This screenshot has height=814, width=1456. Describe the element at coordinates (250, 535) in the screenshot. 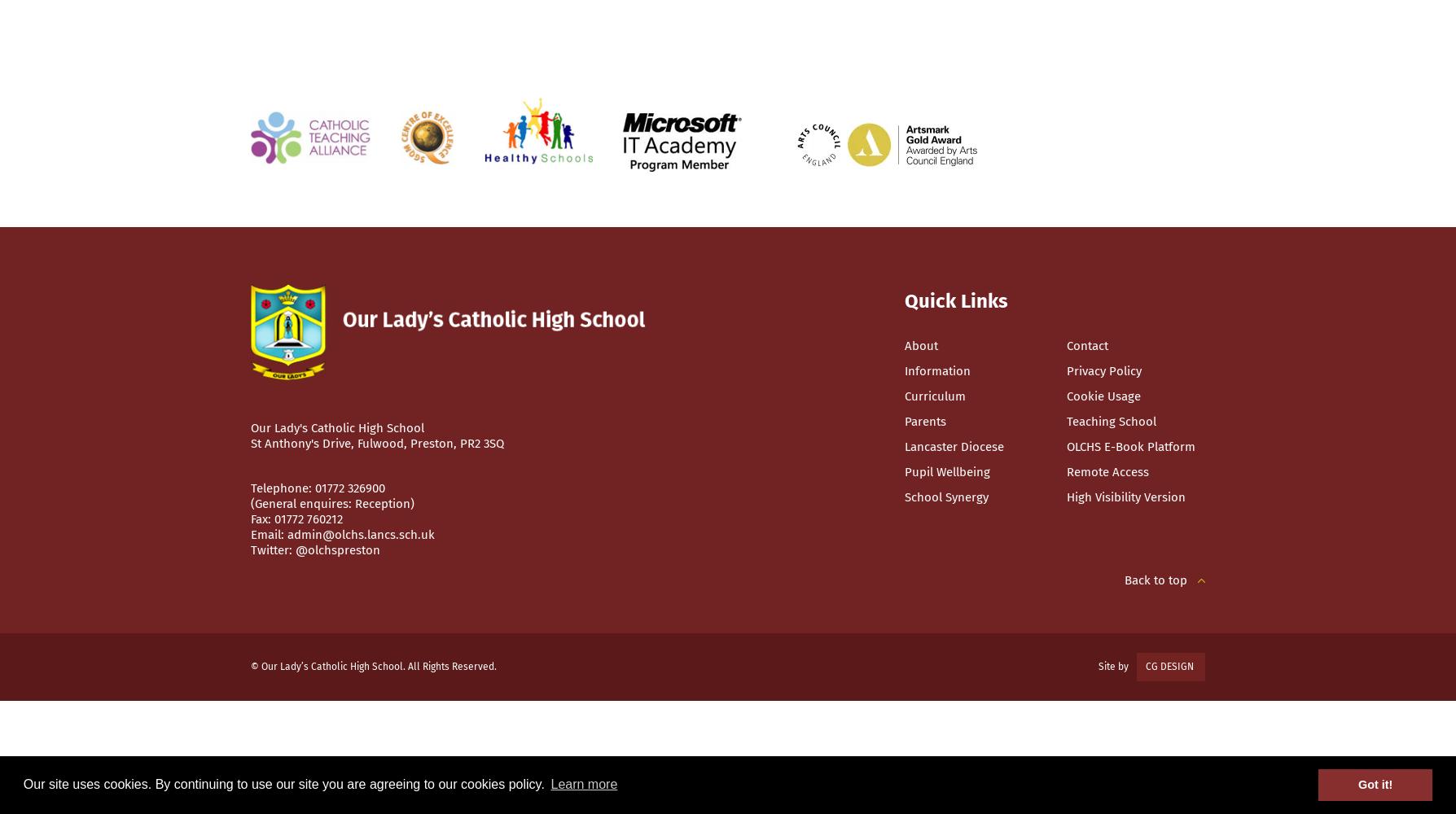

I see `'Email:'` at that location.